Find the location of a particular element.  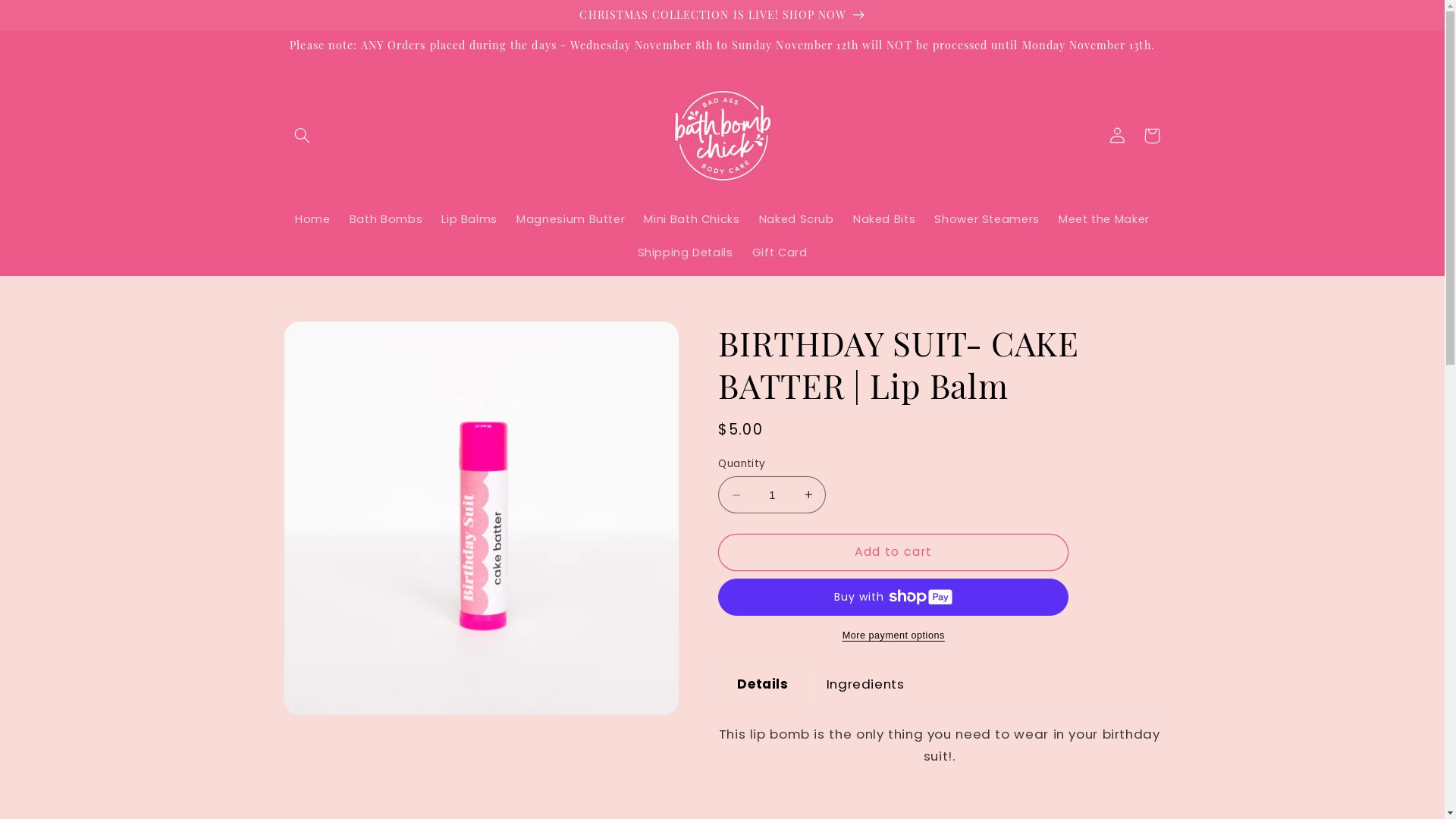

'Naked Scrub' is located at coordinates (795, 219).